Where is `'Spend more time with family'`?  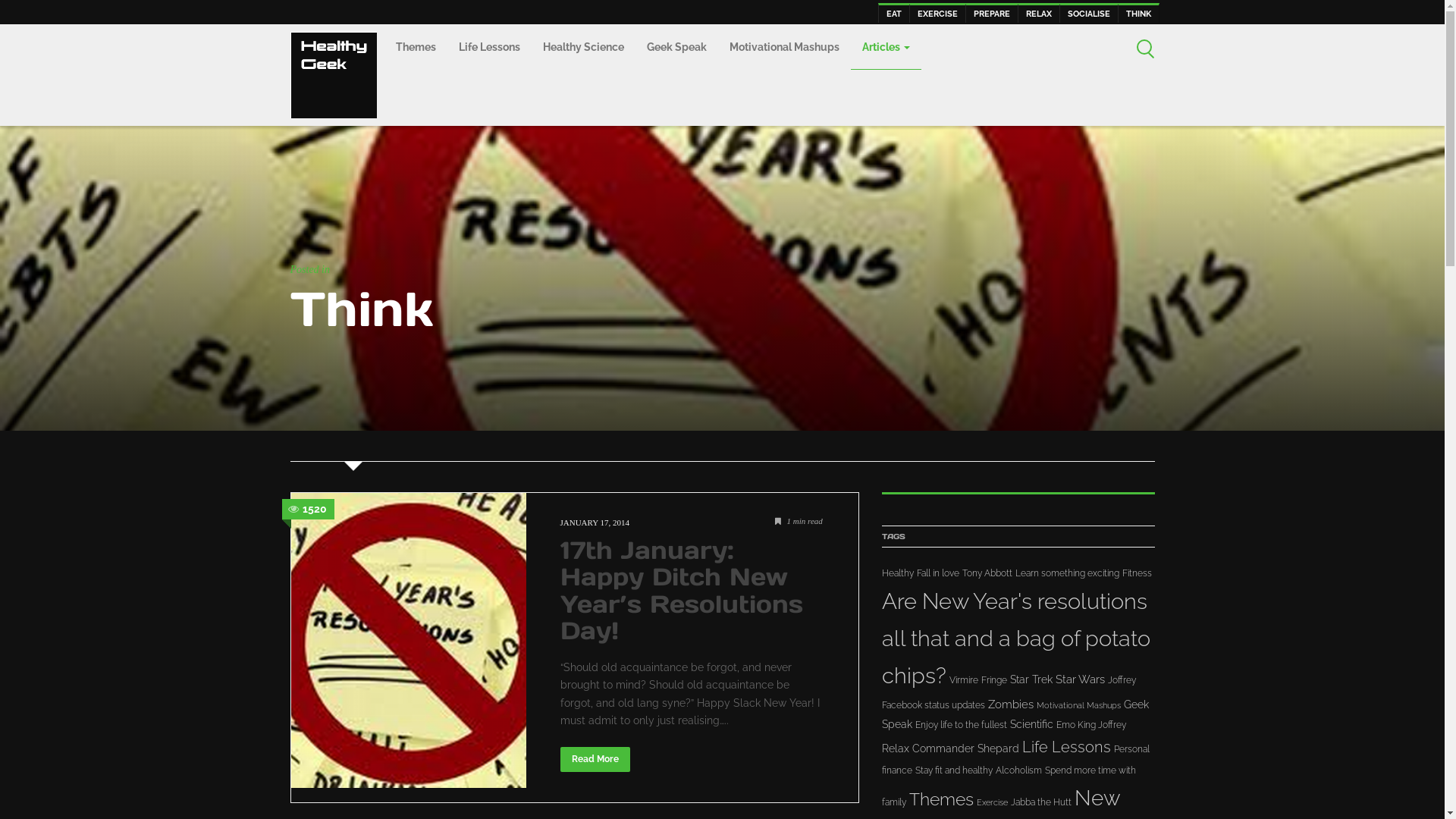
'Spend more time with family' is located at coordinates (1008, 786).